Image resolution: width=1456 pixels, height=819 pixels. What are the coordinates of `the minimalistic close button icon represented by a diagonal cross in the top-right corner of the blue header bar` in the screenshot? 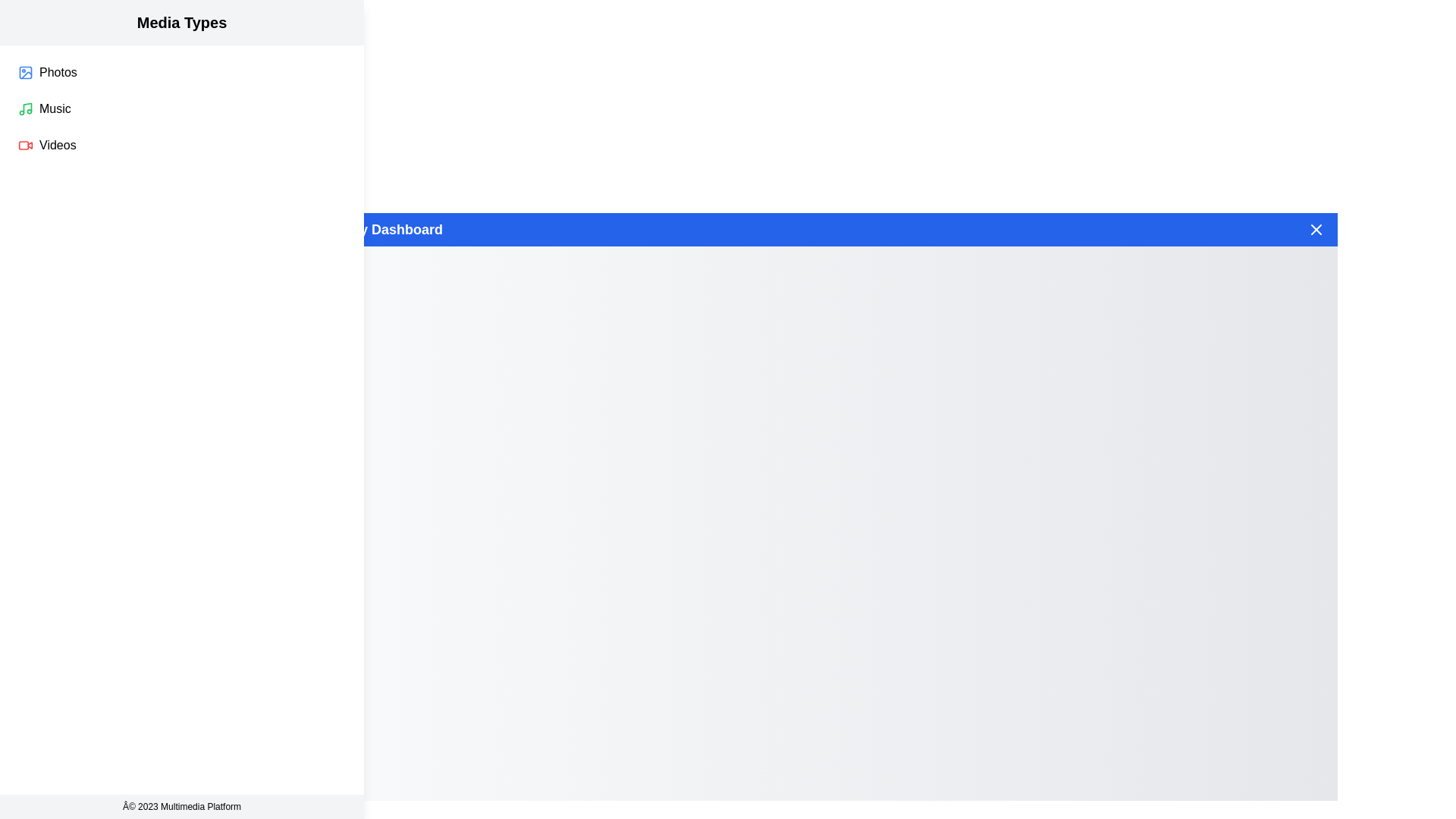 It's located at (1316, 230).